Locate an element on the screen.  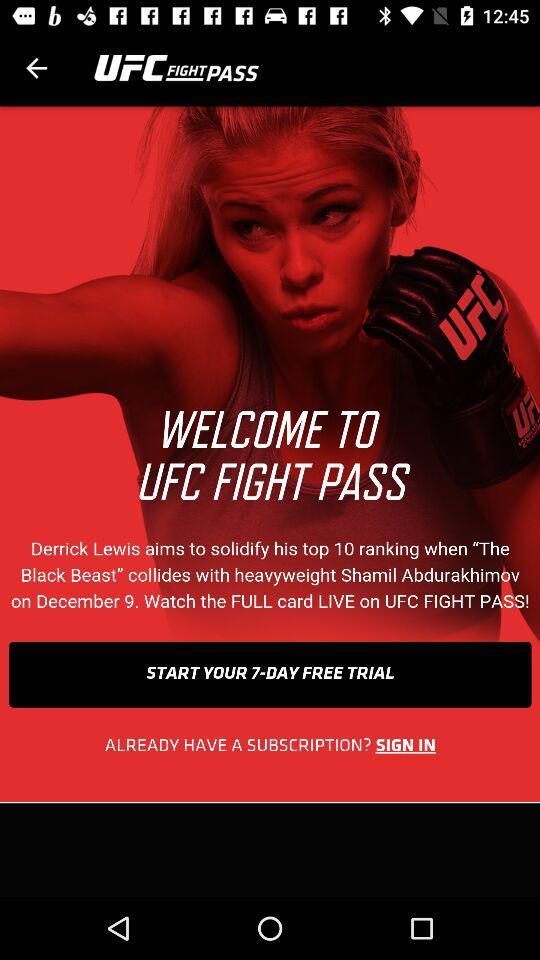
advertisement image is located at coordinates (270, 500).